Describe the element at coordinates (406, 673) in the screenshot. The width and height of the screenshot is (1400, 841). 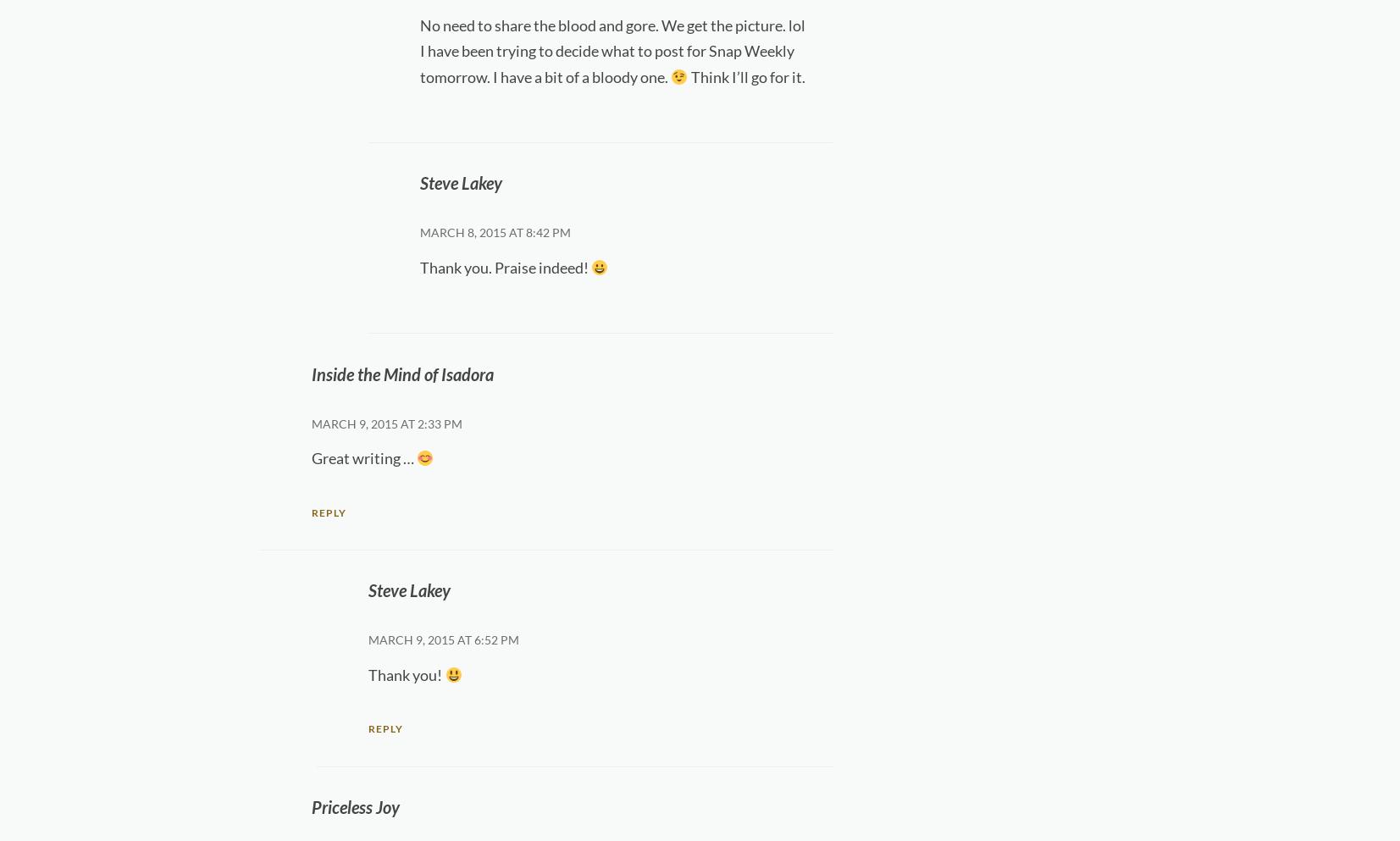
I see `'Thank you!'` at that location.